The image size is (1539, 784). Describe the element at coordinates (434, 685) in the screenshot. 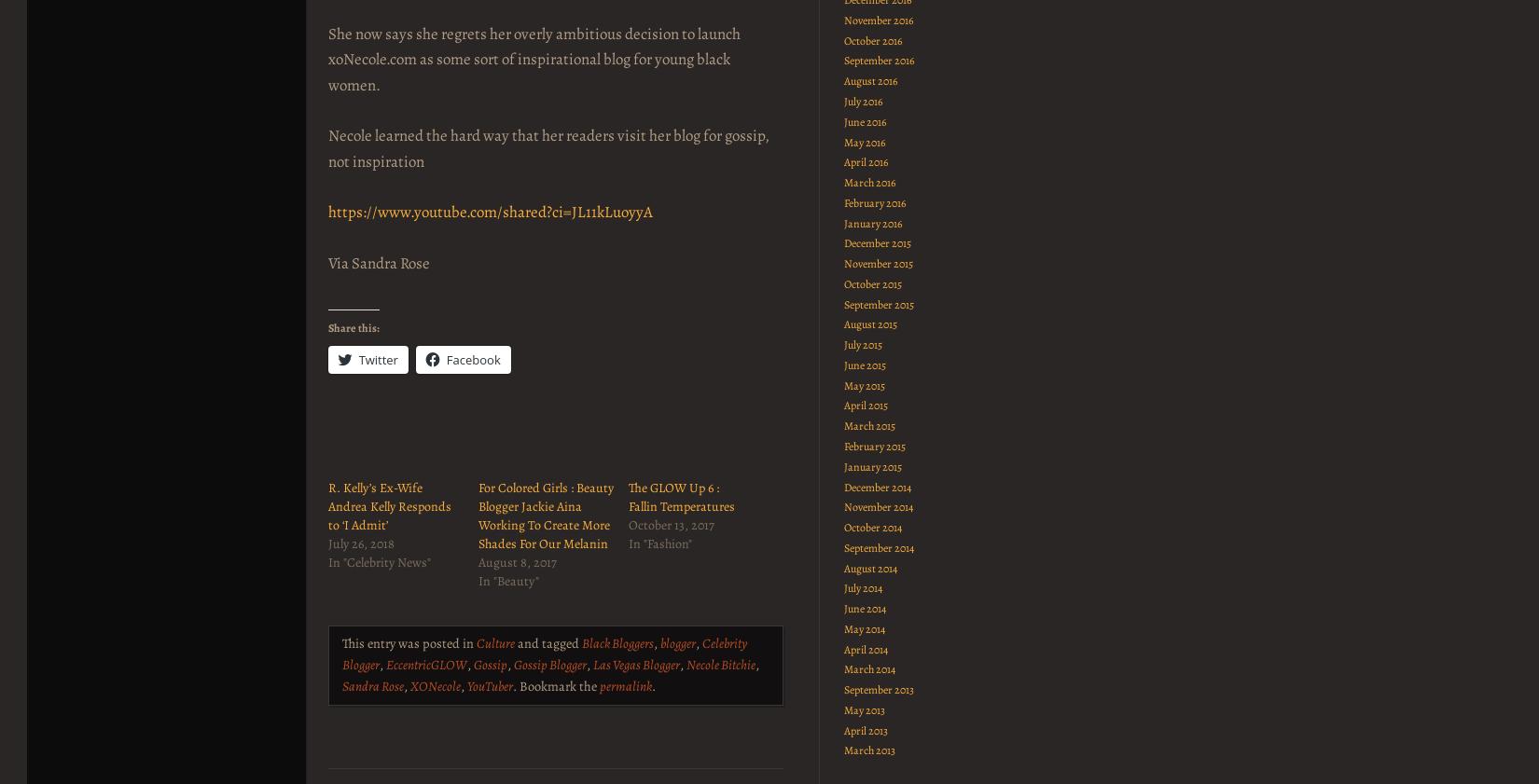

I see `'XONecole'` at that location.